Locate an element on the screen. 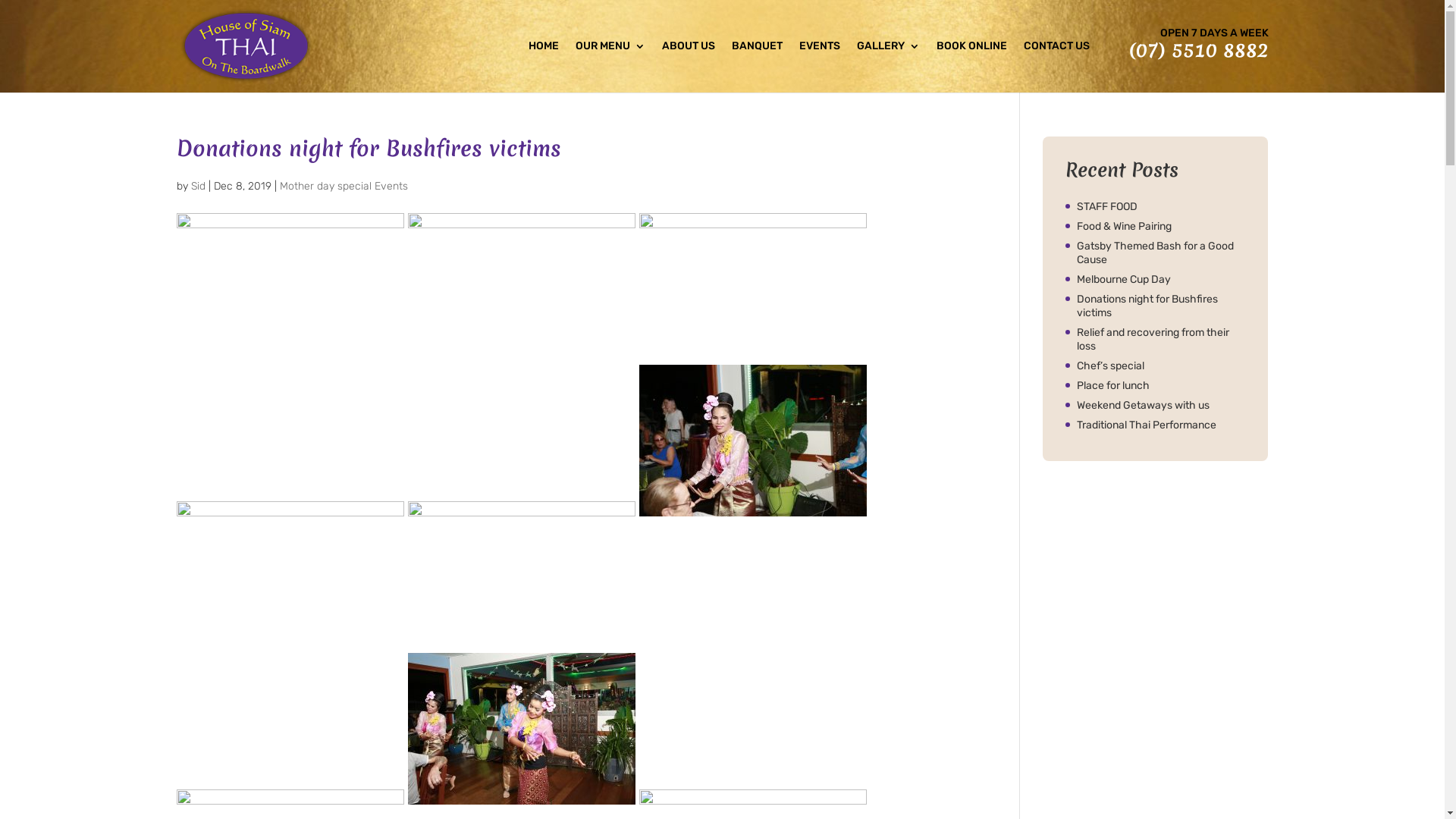 This screenshot has width=1456, height=819. 'CONTACT US' is located at coordinates (1056, 66).